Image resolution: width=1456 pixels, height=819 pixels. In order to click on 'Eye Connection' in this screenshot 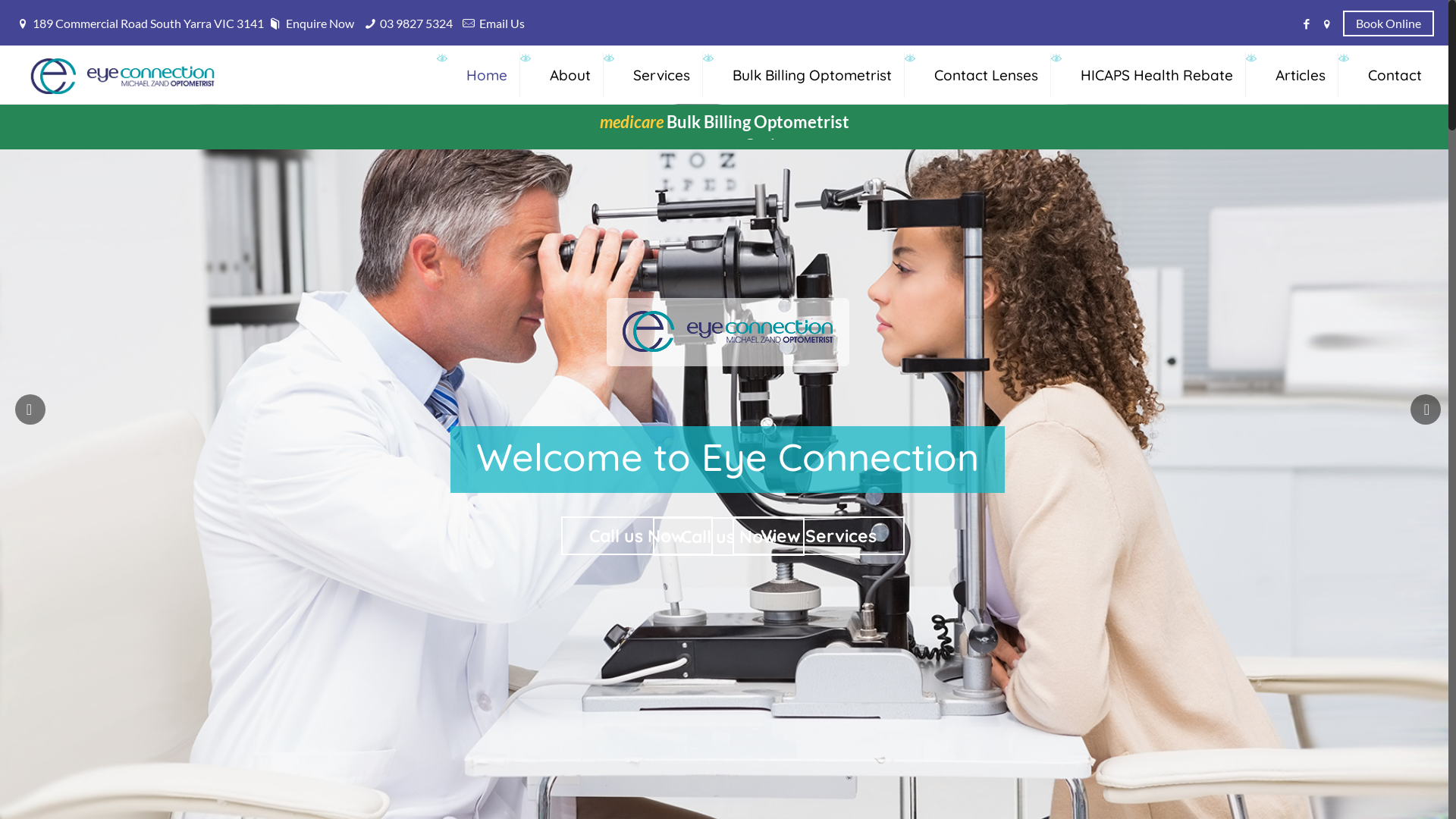, I will do `click(29, 74)`.